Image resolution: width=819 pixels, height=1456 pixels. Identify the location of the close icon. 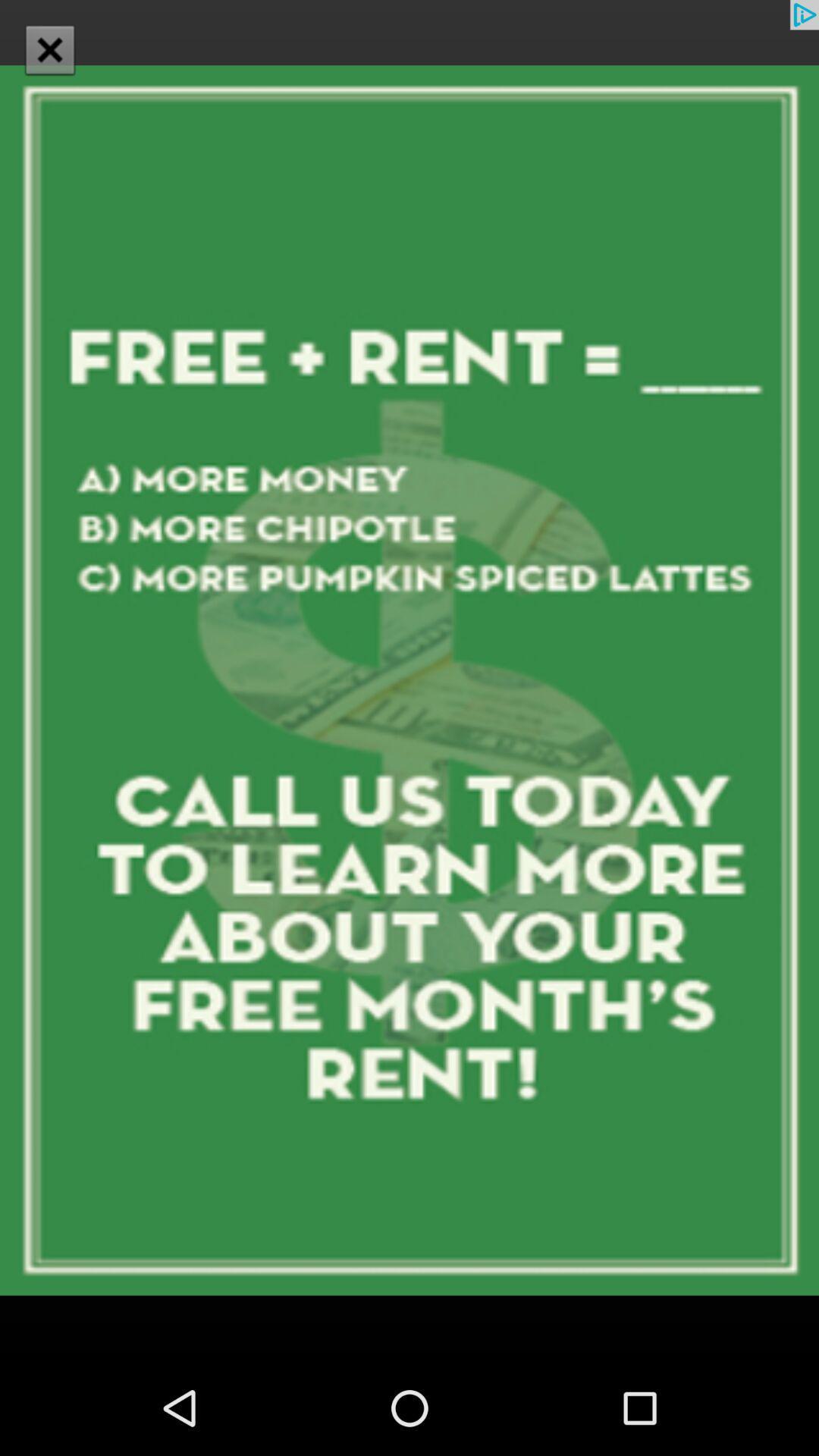
(69, 74).